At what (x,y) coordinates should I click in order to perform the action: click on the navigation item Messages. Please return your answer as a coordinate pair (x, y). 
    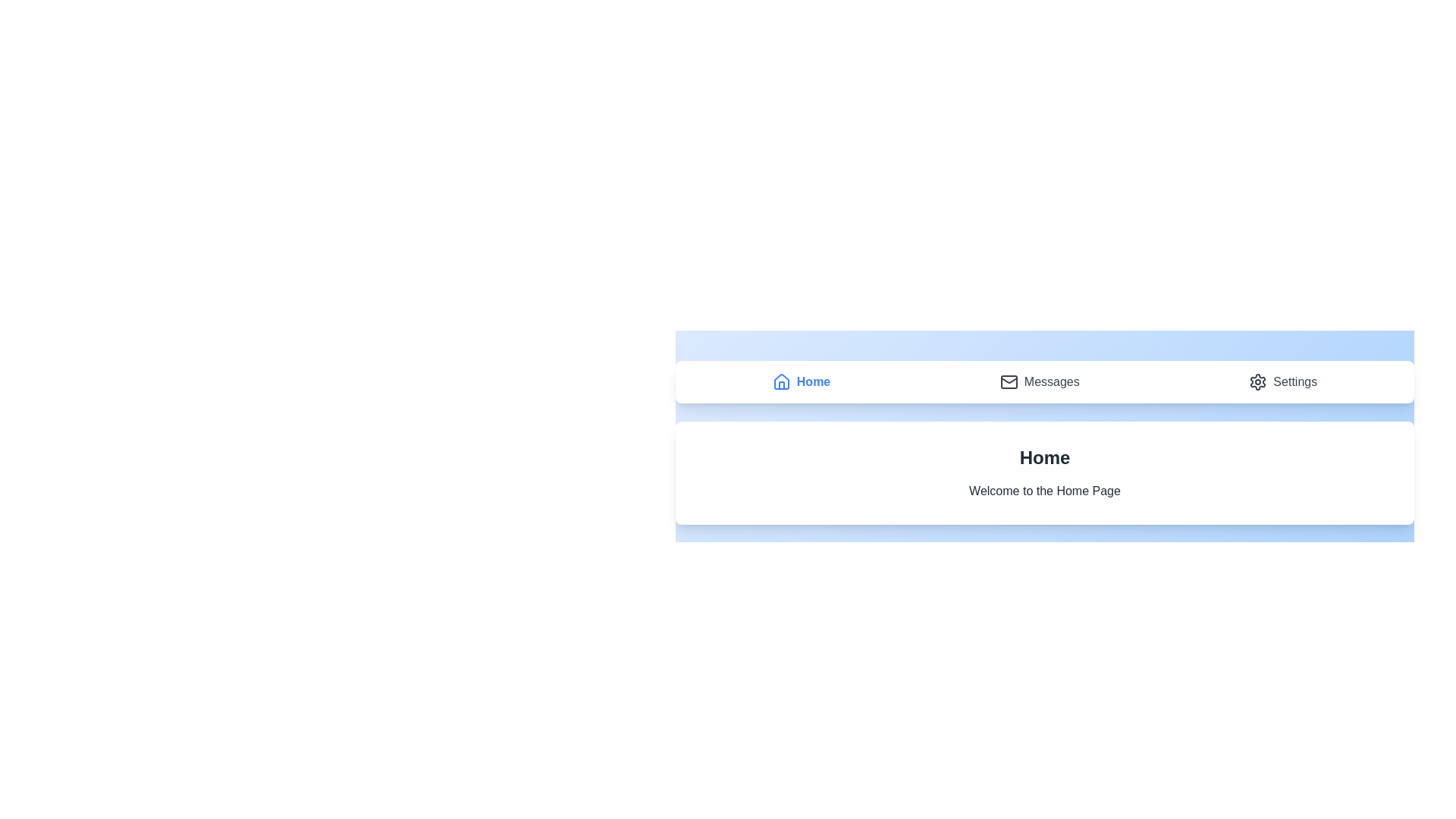
    Looking at the image, I should click on (1039, 381).